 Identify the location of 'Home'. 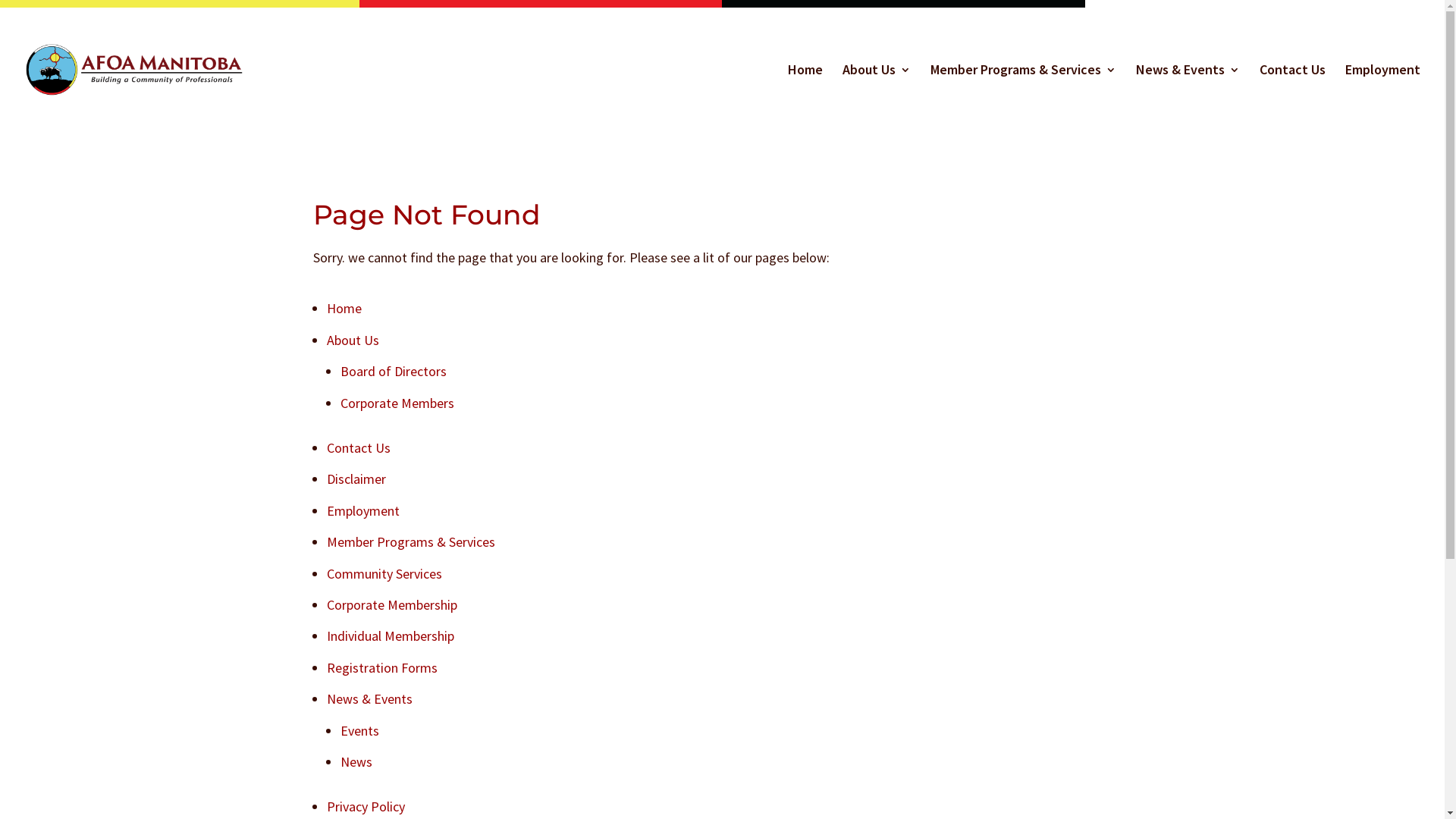
(342, 307).